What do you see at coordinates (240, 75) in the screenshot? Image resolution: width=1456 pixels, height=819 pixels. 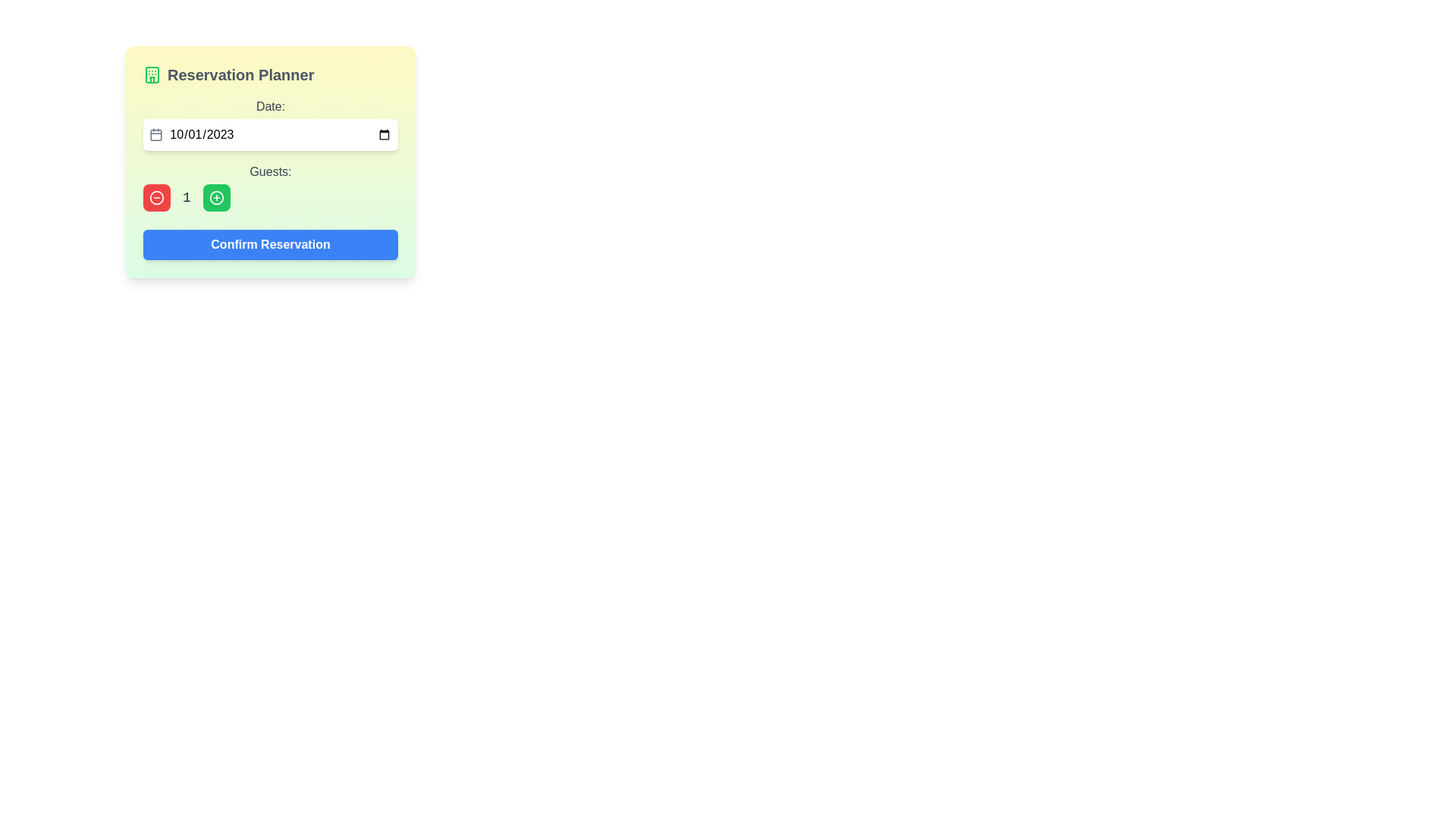 I see `'Reservation Planner' text label located at the top of the content block, positioned to the right of a small green hotel icon` at bounding box center [240, 75].